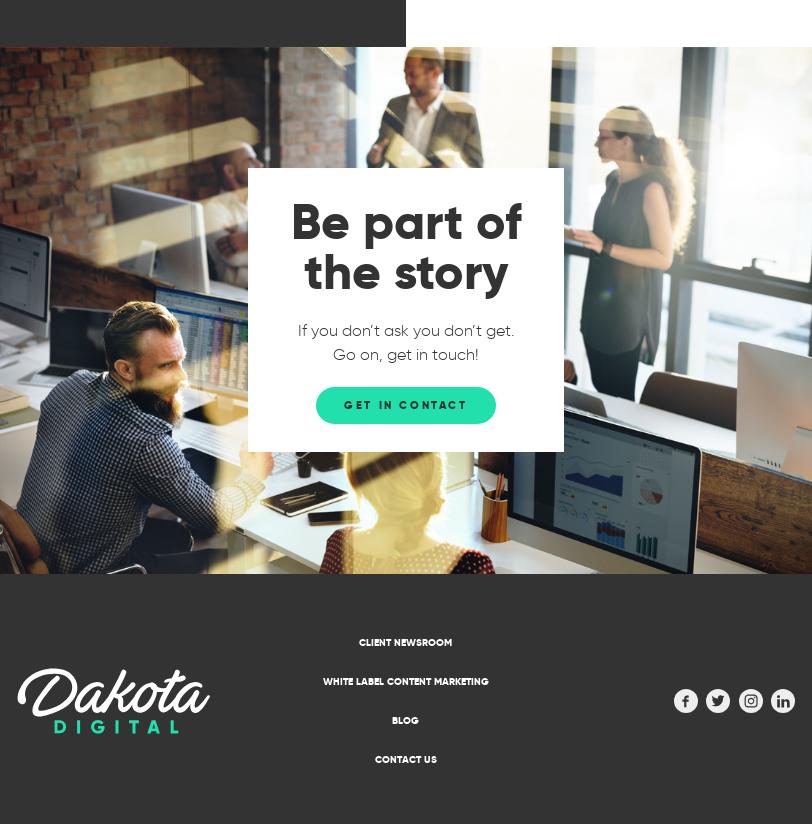  I want to click on 'Absolute media wizards! I have had so much media exposure it has been an amazing return on investment. Will be using for all my PR related stuff.', so click(618, 656).